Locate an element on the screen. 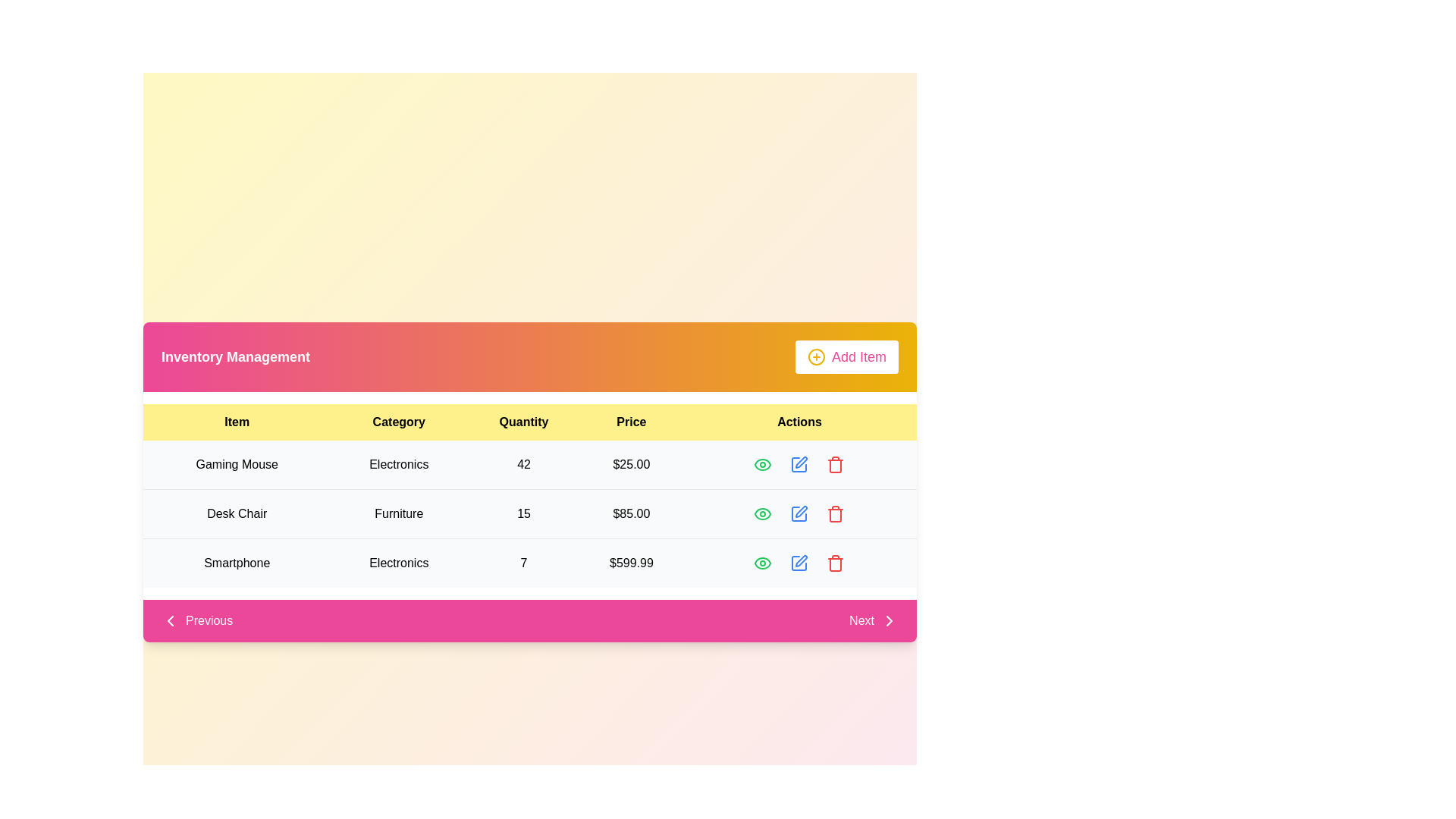 This screenshot has height=819, width=1456. the green eye icon in the 'Actions' column associated with the 'Smartphone' product is located at coordinates (763, 563).